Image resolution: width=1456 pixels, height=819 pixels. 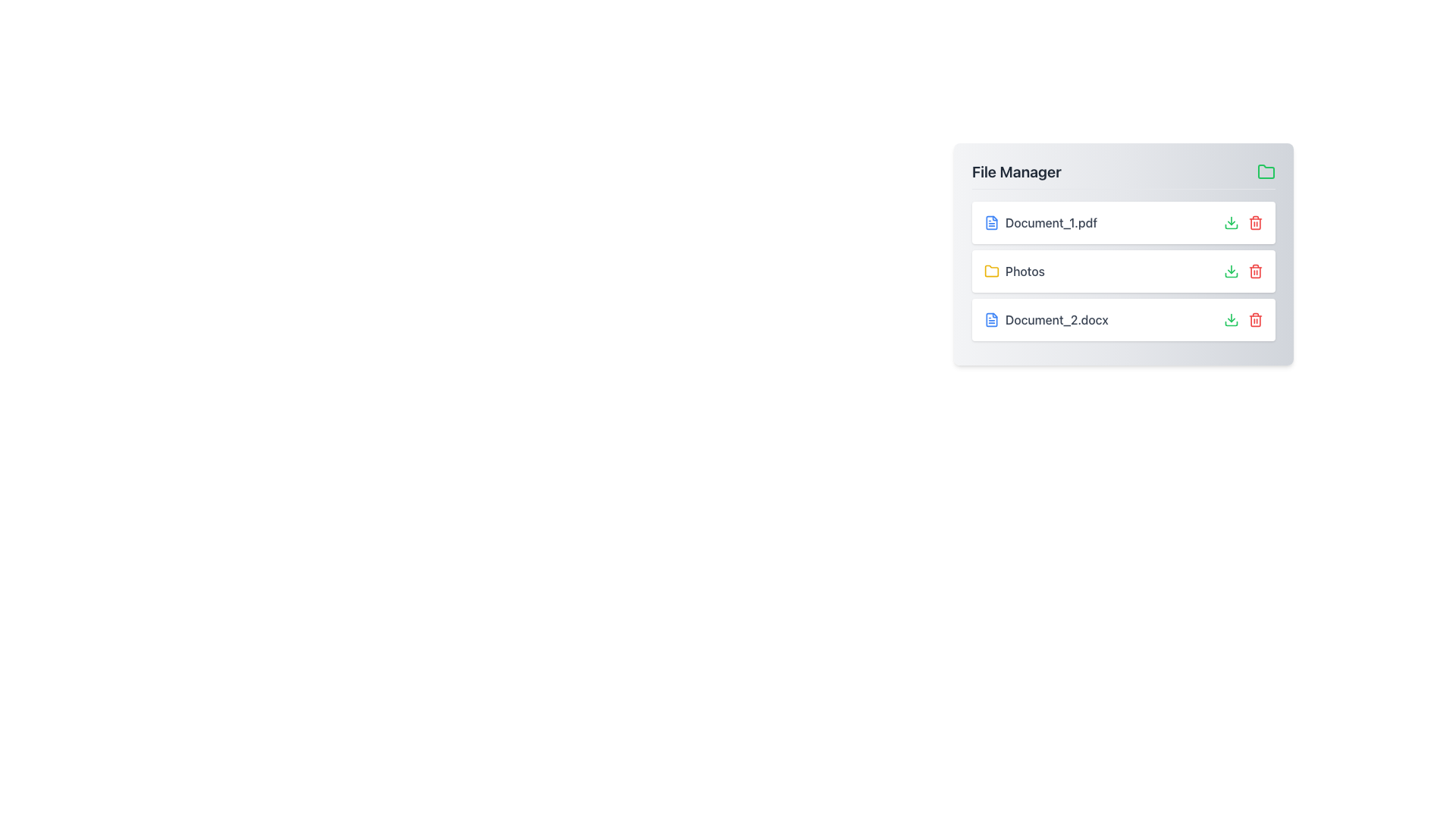 I want to click on the small yellow folder icon located in the 'File Manager' section, positioned to the left of the 'Photos' label, so click(x=992, y=271).